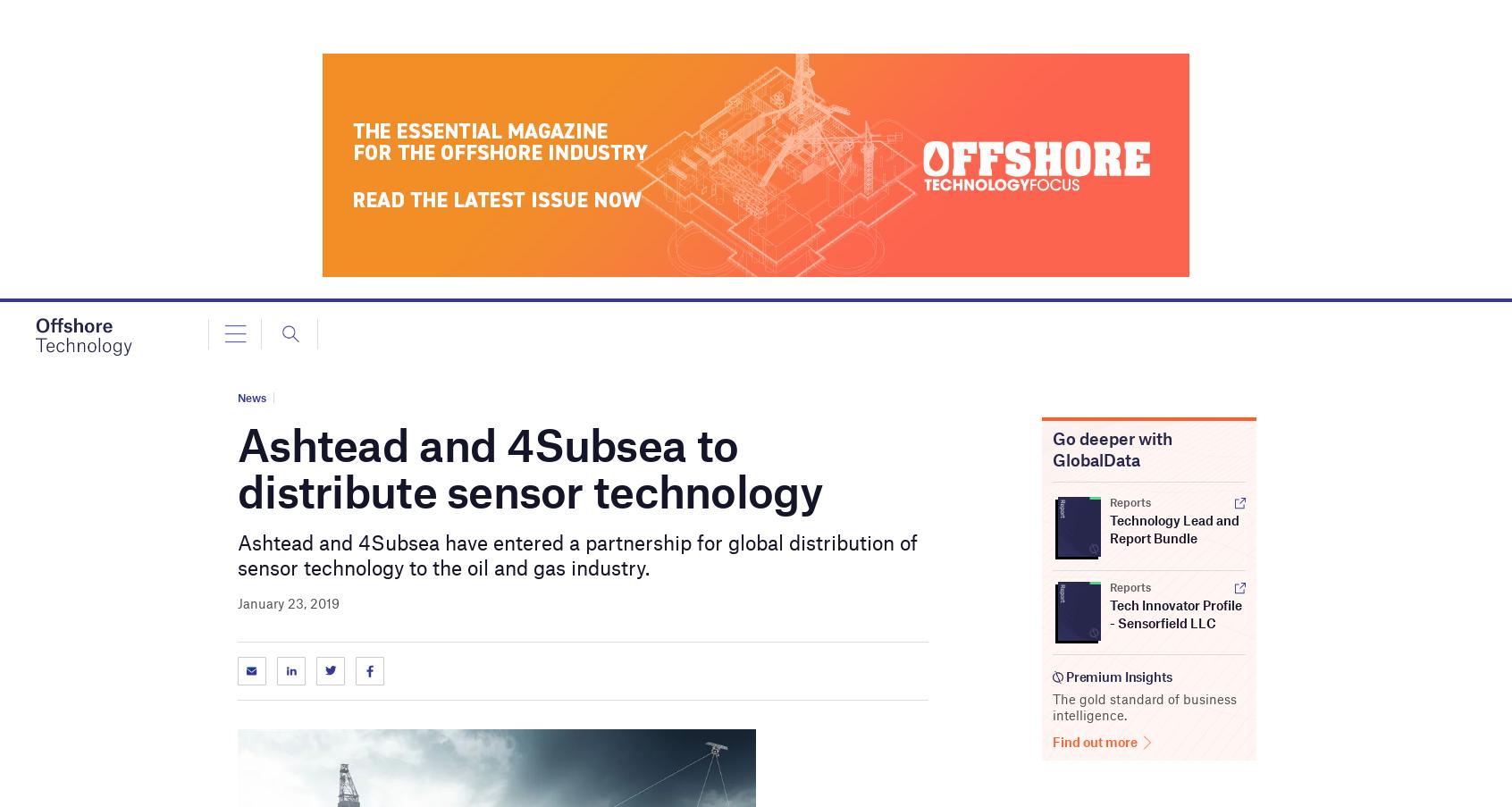 The image size is (1512, 807). Describe the element at coordinates (492, 216) in the screenshot. I see `'Russia is able to mitigate the impact of the $60 per barrel price cap'` at that location.